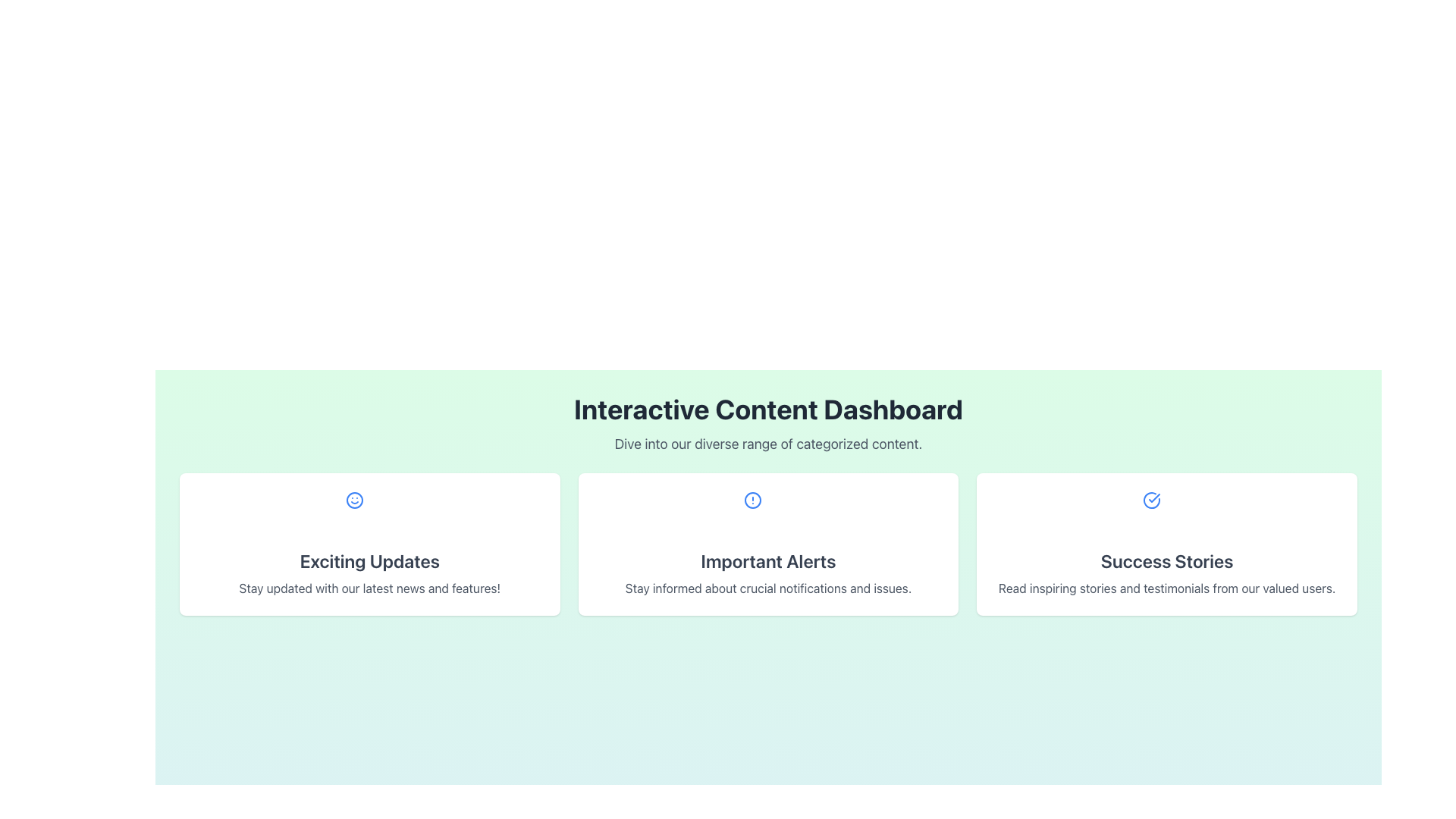 This screenshot has height=819, width=1456. I want to click on the blue circular icon with an alert symbol located in the center of the 'Important Alerts' card in the Interactive Content Dashboard, so click(753, 500).